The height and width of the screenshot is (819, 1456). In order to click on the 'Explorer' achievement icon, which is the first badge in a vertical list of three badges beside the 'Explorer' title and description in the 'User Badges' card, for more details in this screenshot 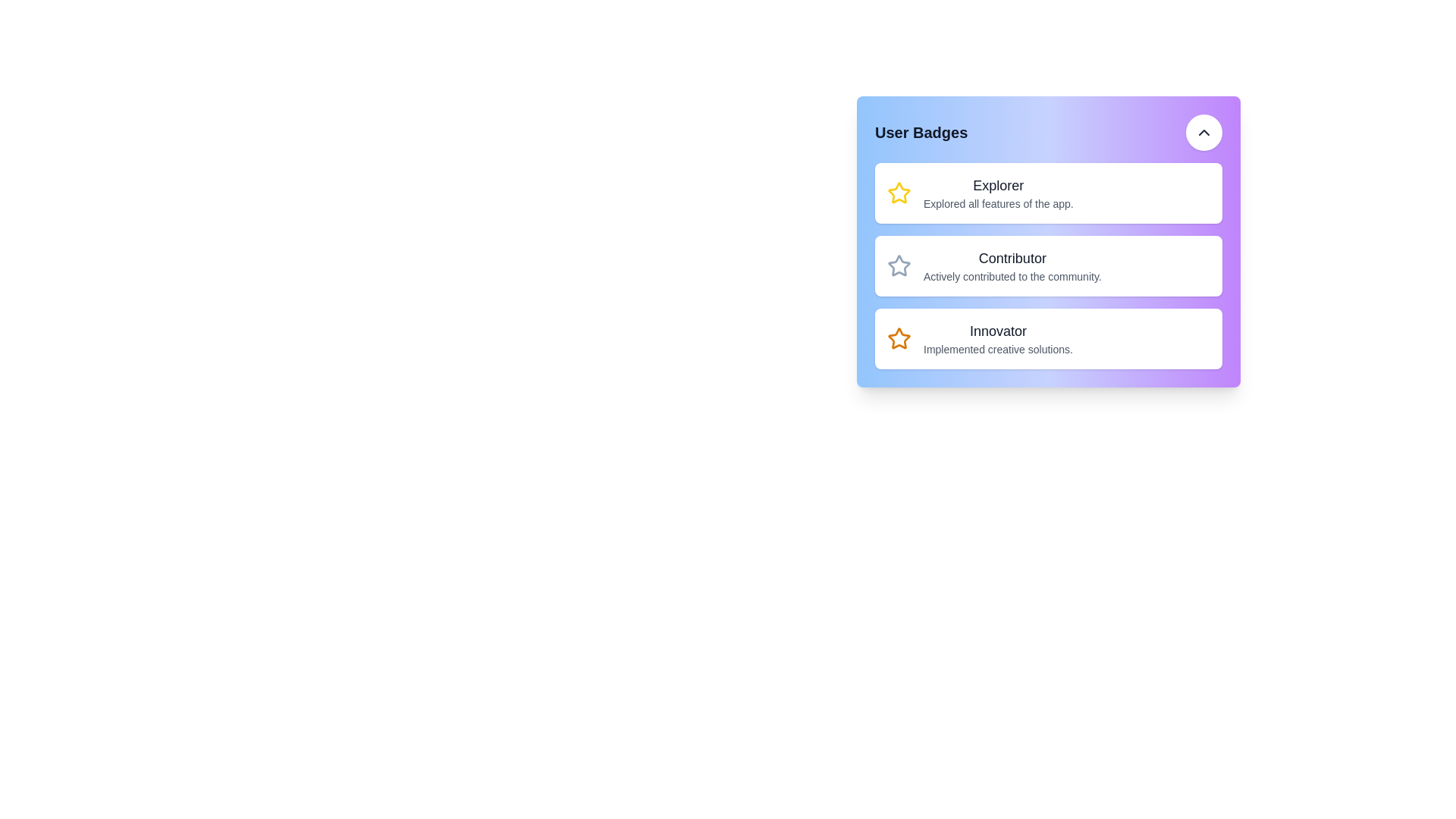, I will do `click(899, 192)`.